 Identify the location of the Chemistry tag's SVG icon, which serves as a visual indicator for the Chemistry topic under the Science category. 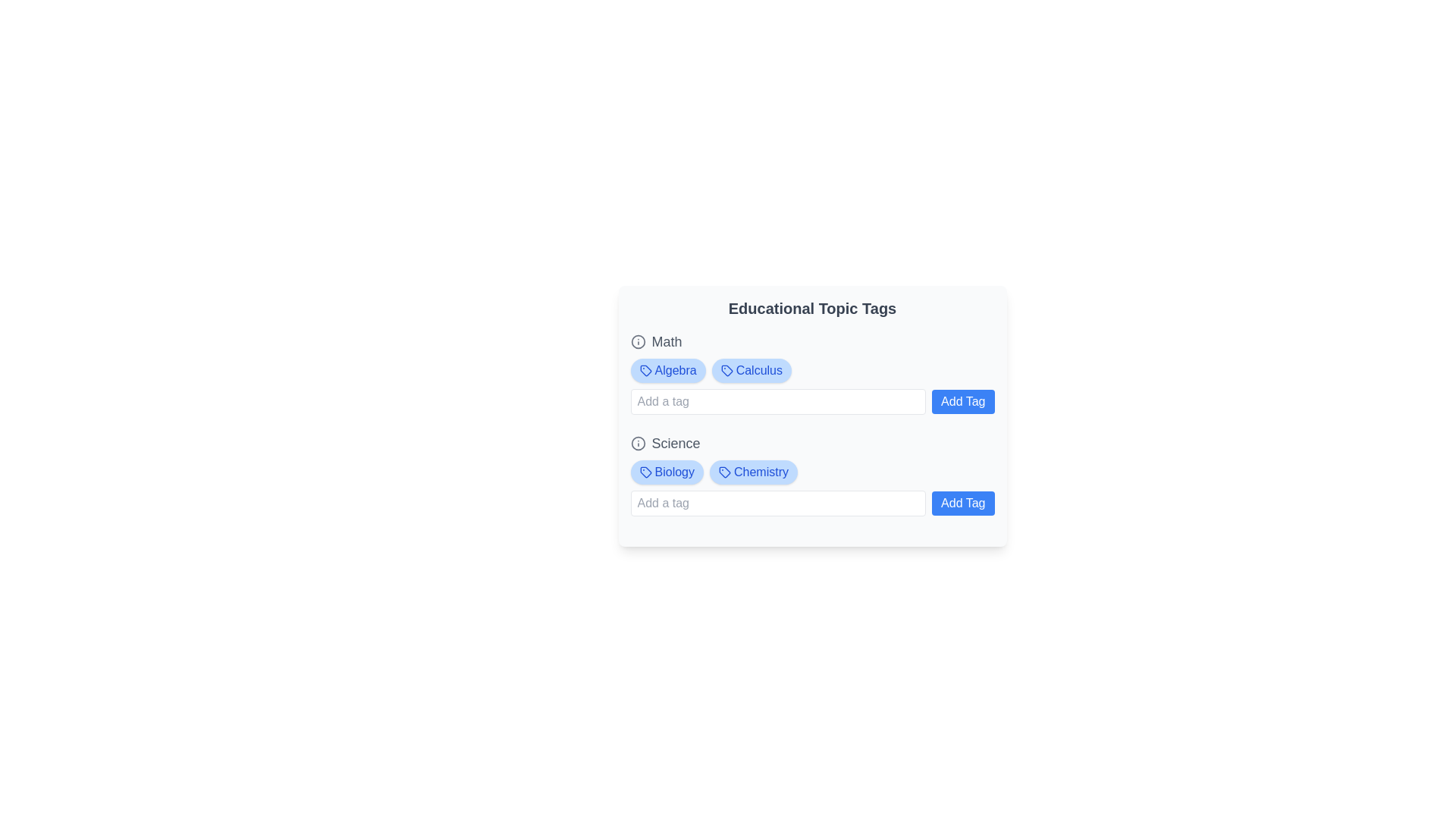
(723, 472).